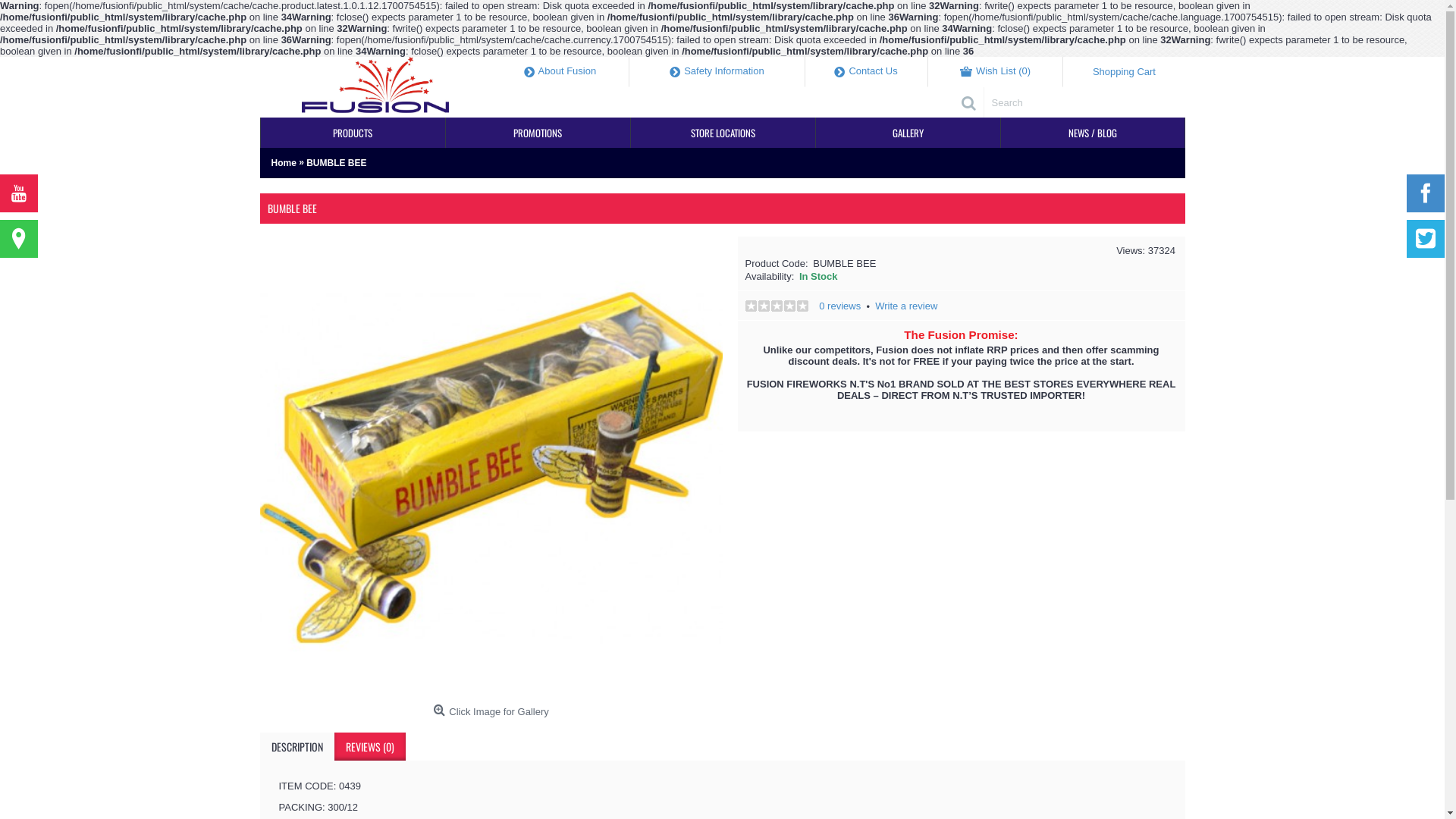  Describe the element at coordinates (1124, 72) in the screenshot. I see `'Shopping Cart'` at that location.